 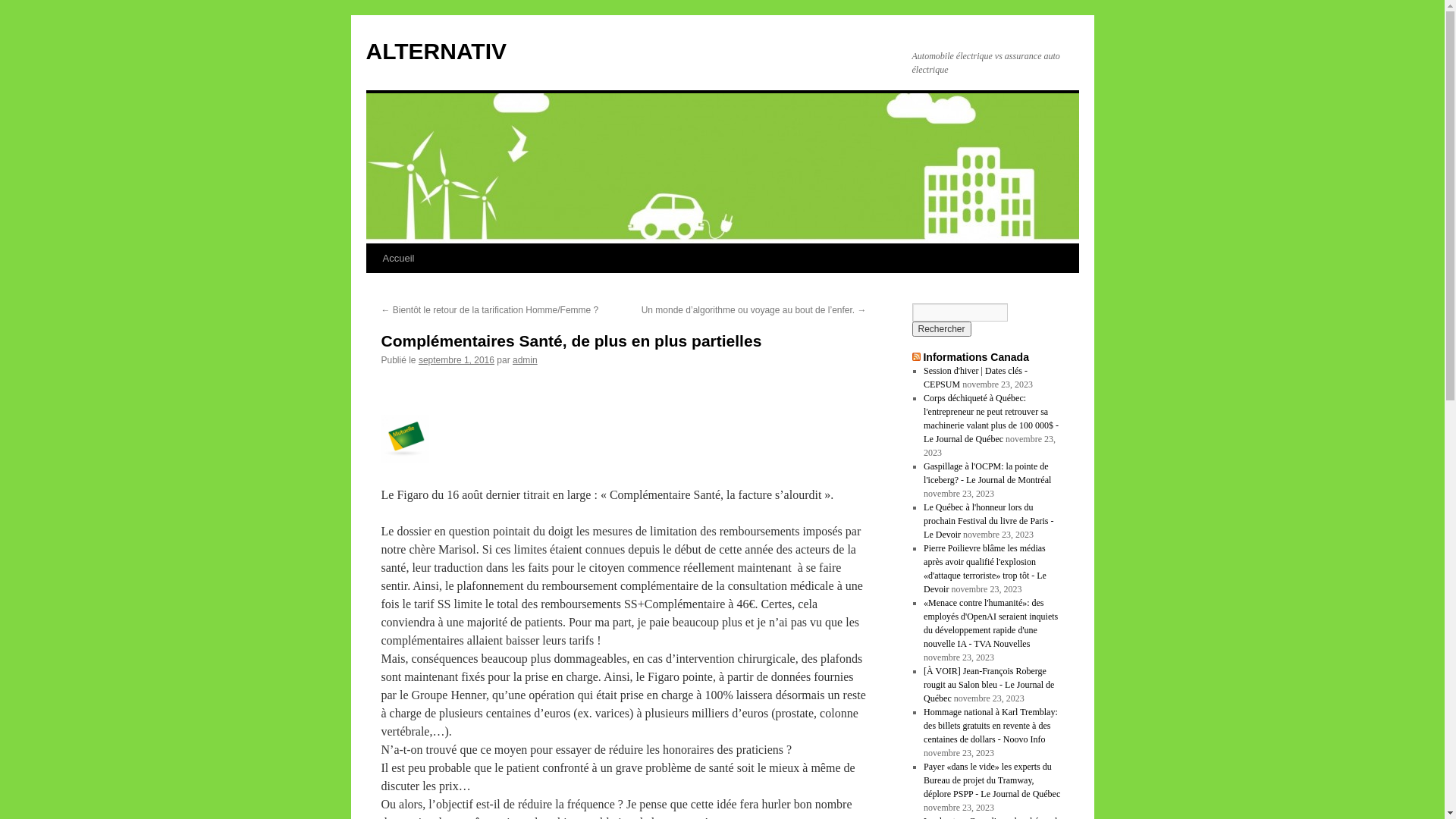 I want to click on 'Informations Canada', so click(x=975, y=356).